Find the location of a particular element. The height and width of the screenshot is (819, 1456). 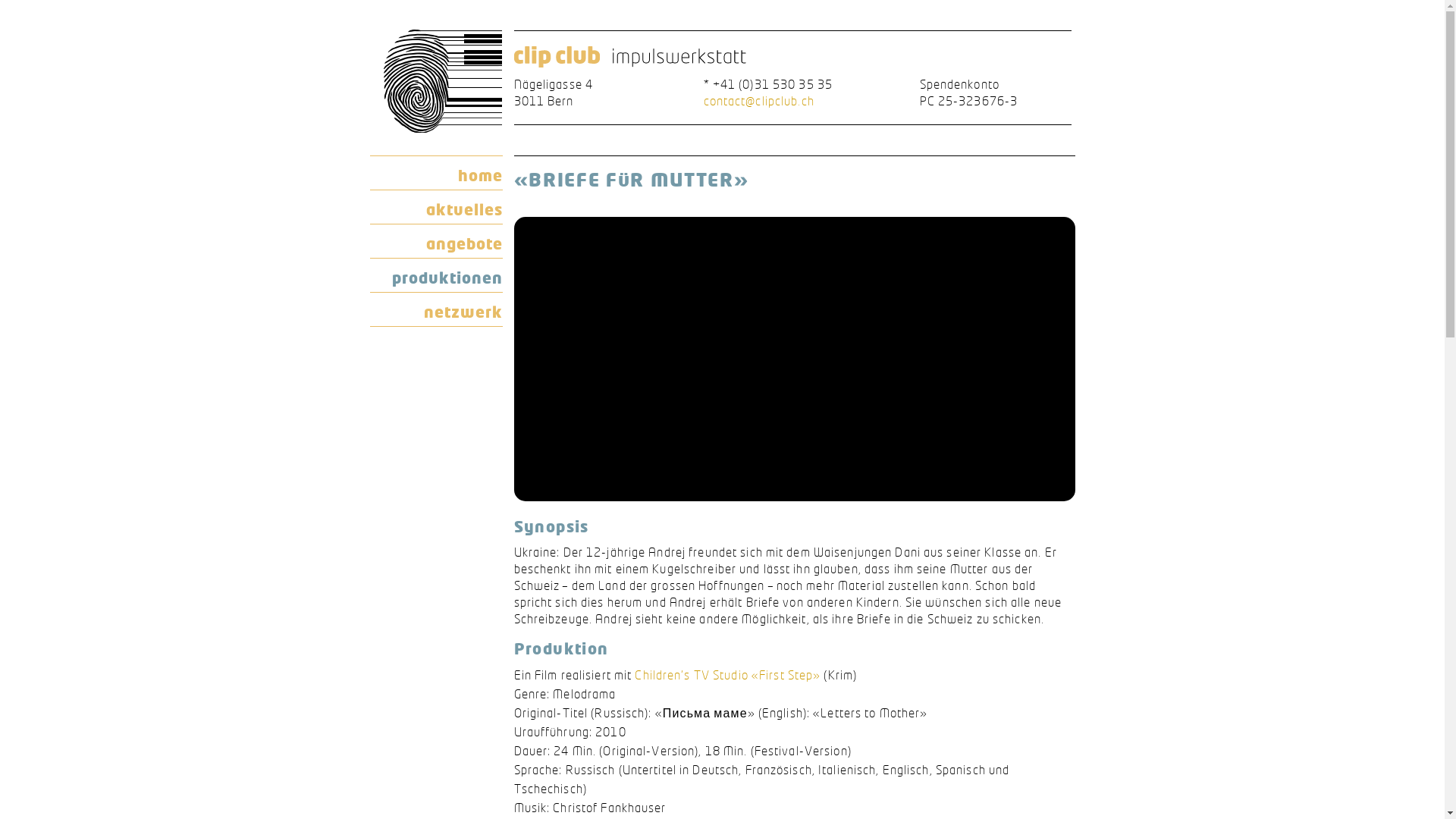

'produktionen' is located at coordinates (435, 275).